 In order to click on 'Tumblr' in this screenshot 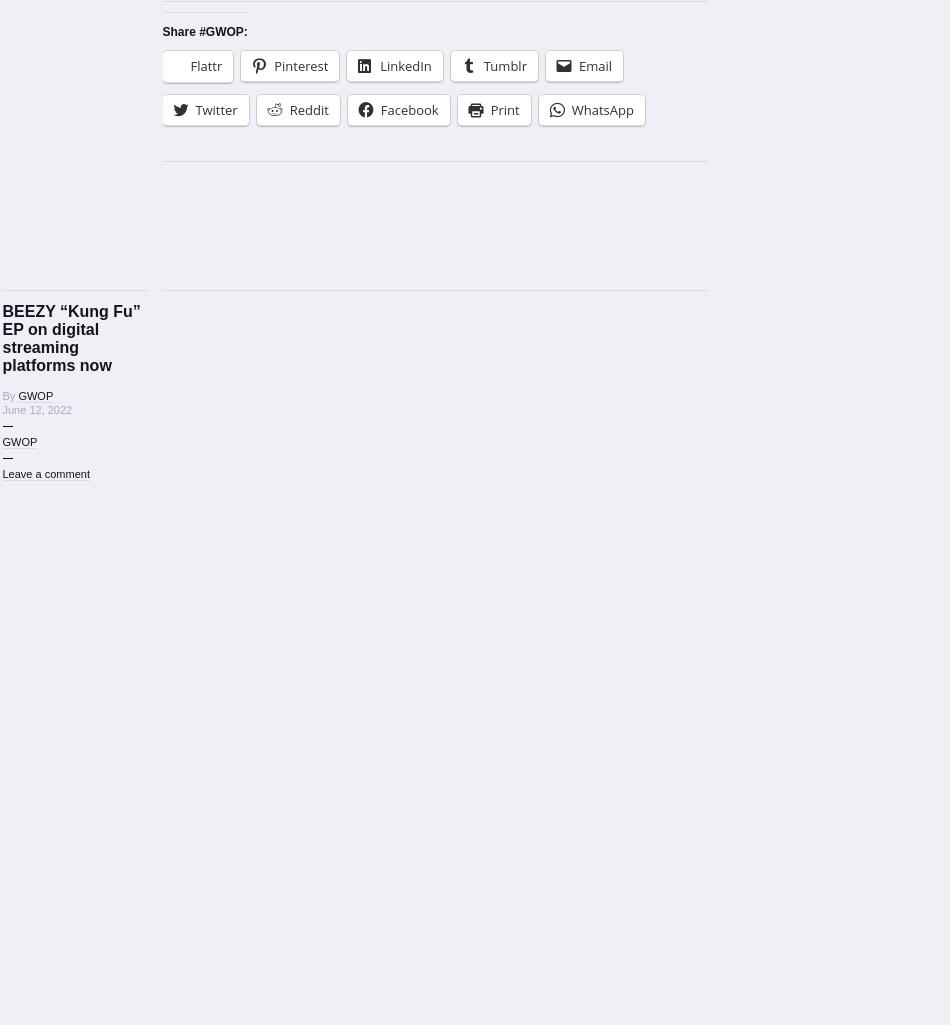, I will do `click(504, 65)`.